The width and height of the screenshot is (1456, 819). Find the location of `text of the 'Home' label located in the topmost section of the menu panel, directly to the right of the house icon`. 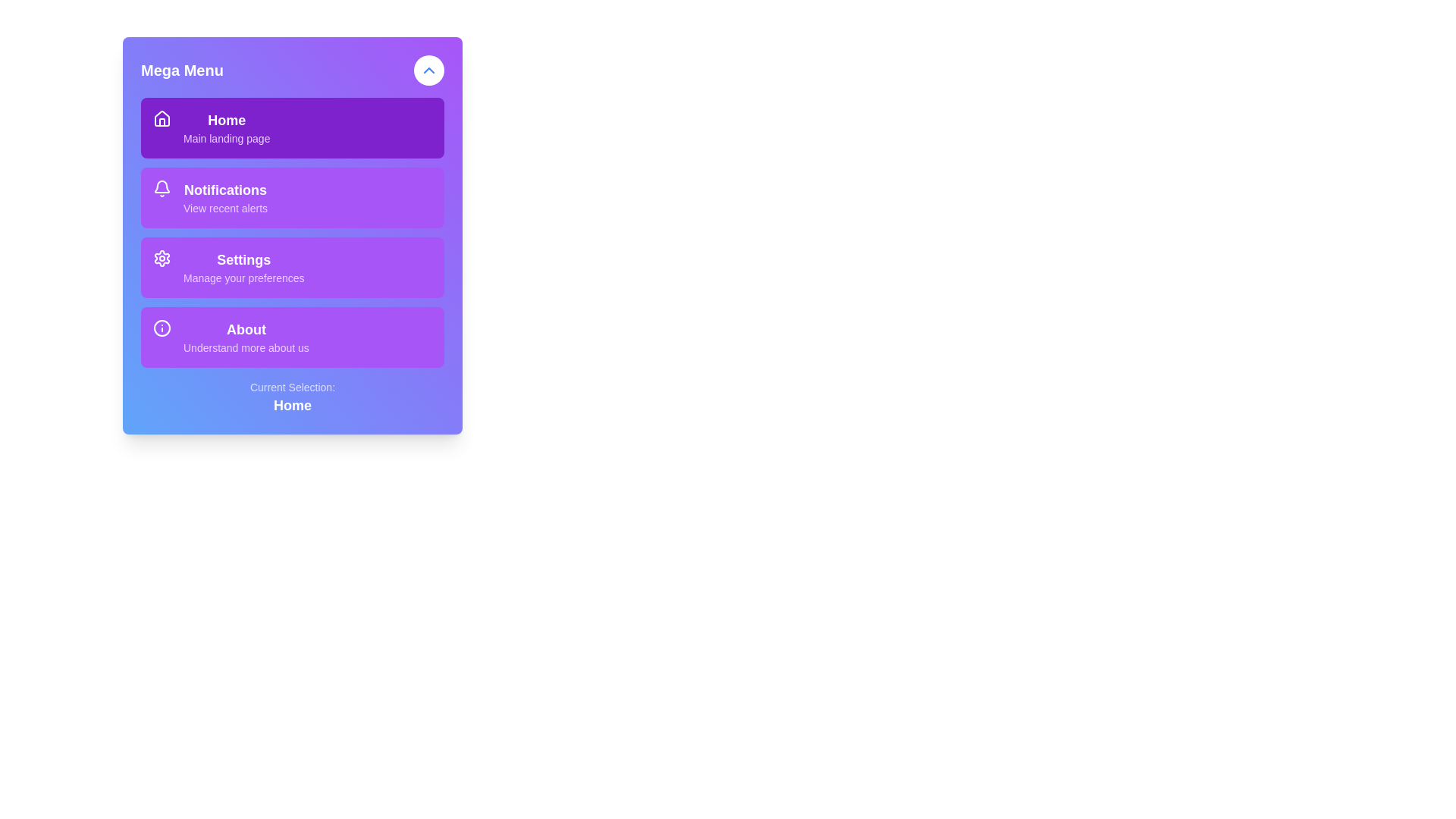

text of the 'Home' label located in the topmost section of the menu panel, directly to the right of the house icon is located at coordinates (226, 119).